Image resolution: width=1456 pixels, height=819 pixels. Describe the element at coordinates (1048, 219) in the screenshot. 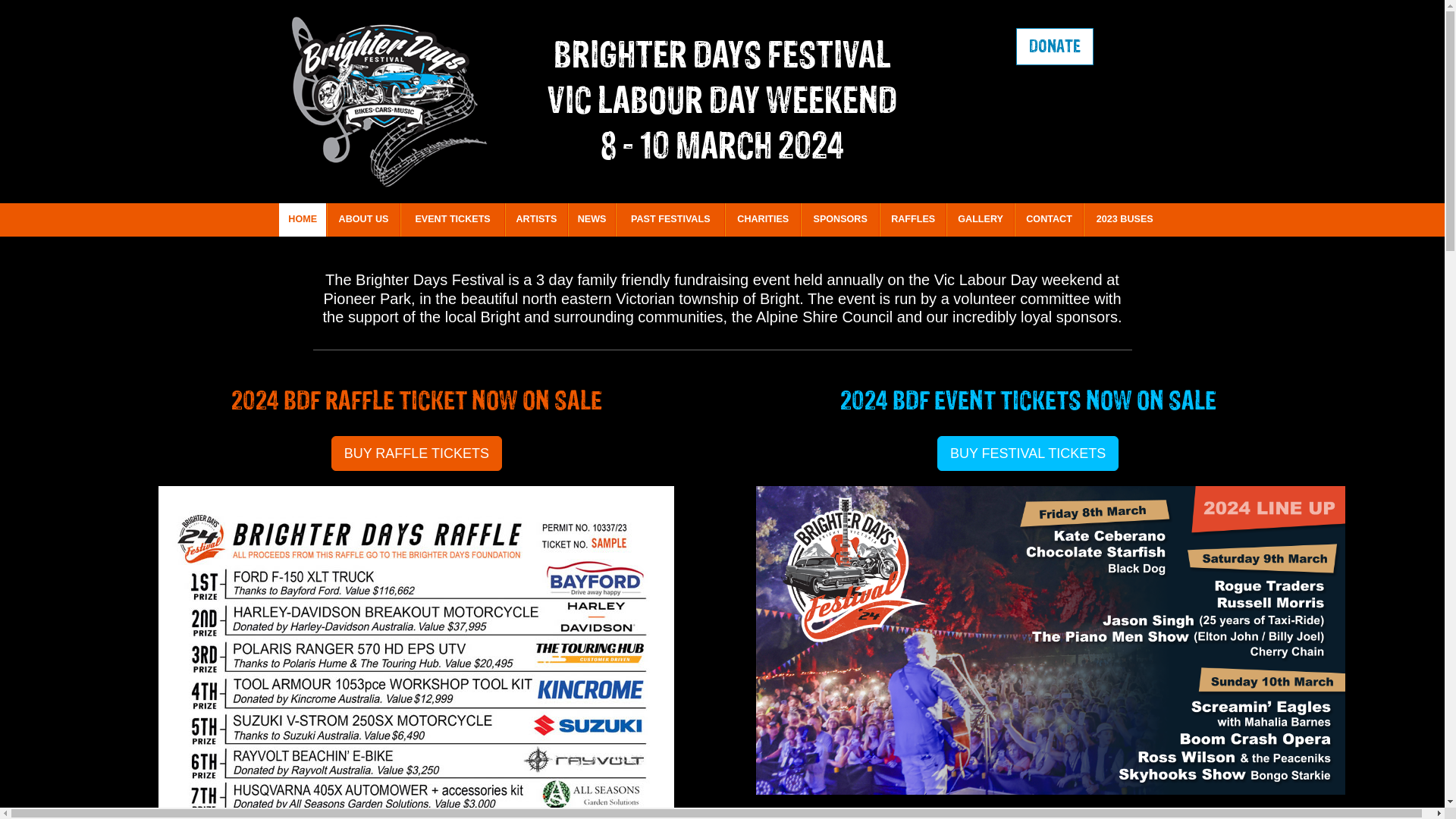

I see `'CONTACT'` at that location.